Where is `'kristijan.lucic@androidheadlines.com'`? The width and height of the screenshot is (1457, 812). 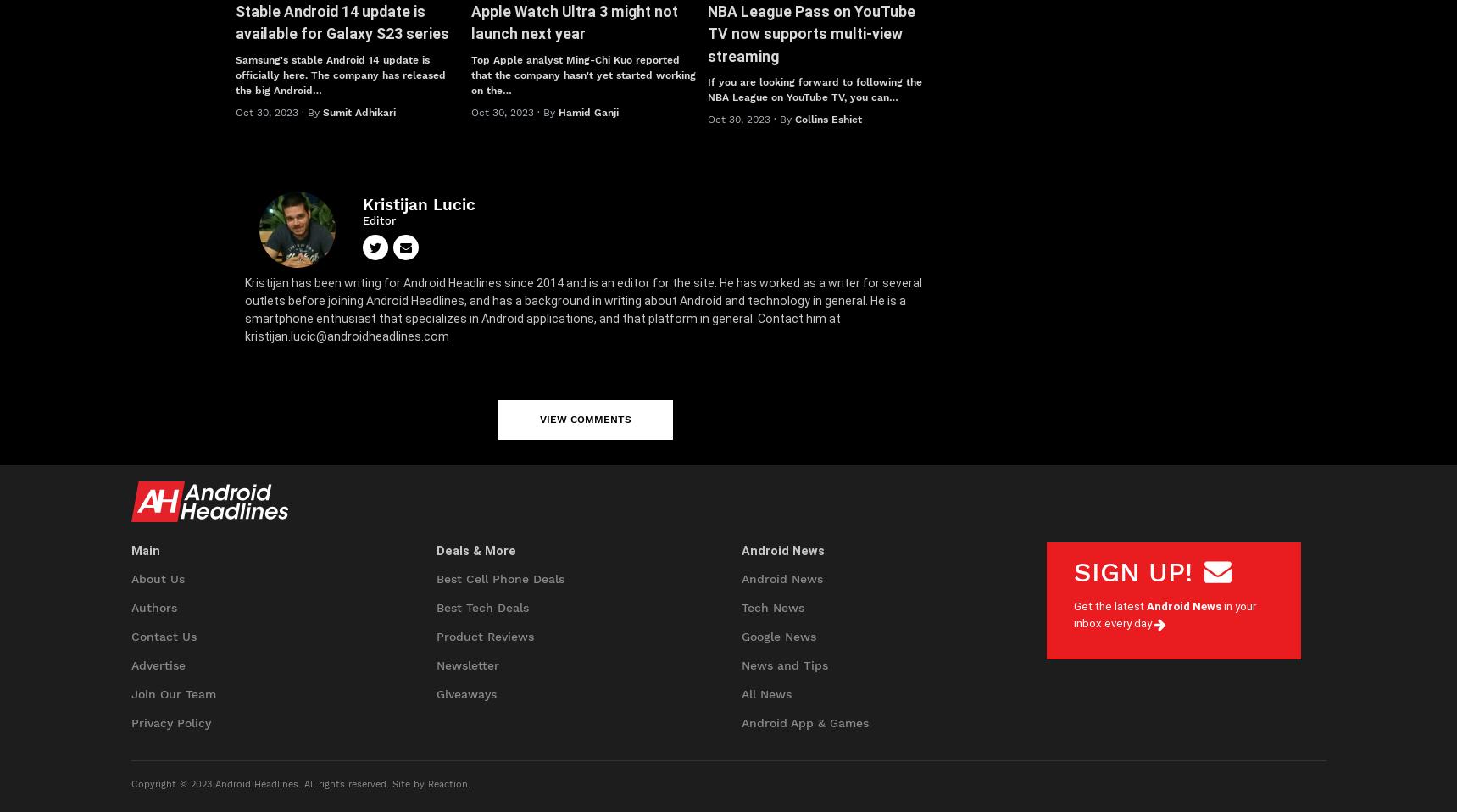
'kristijan.lucic@androidheadlines.com' is located at coordinates (346, 335).